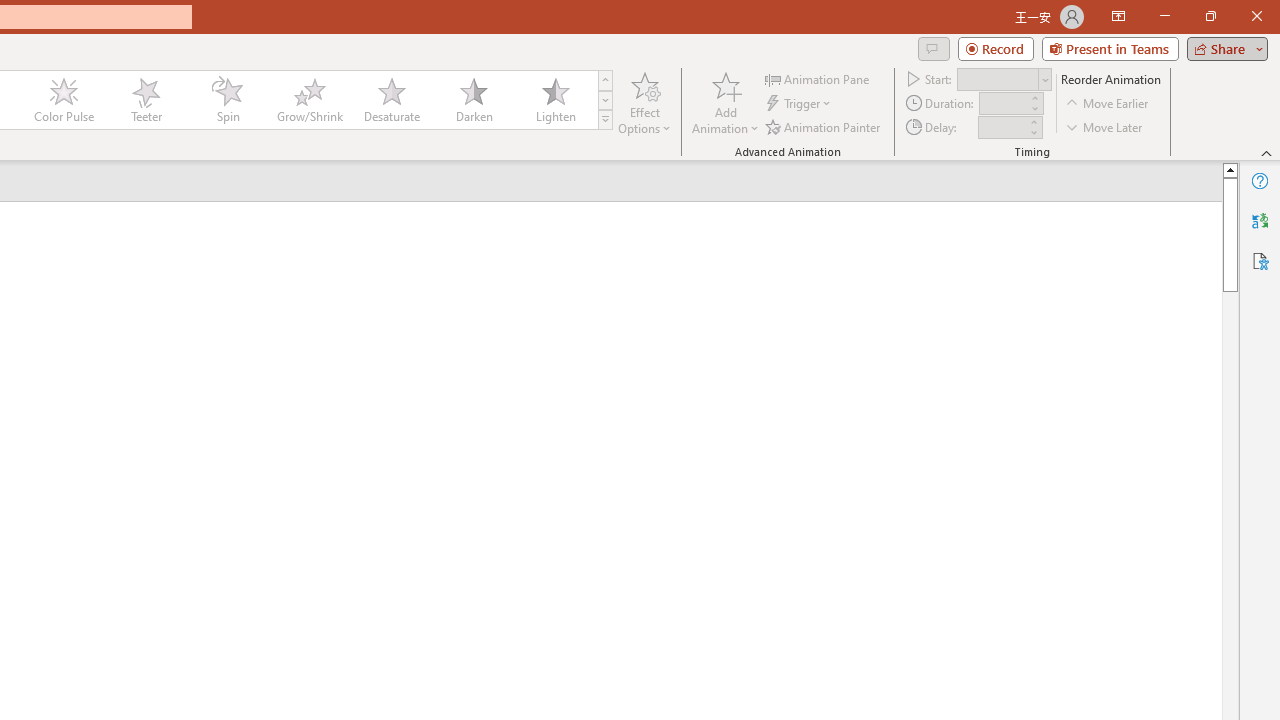  I want to click on 'Grow/Shrink', so click(308, 100).